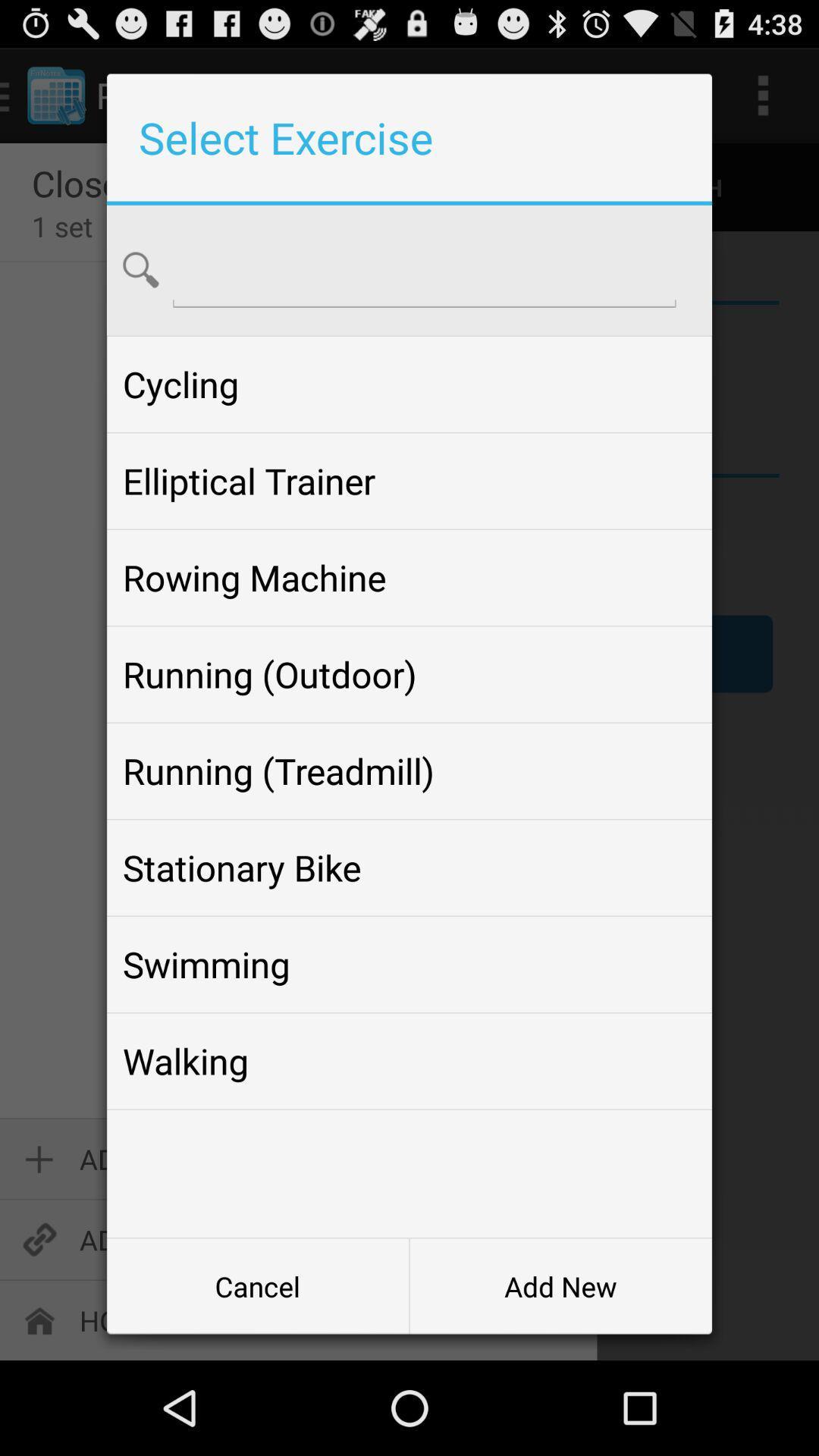  What do you see at coordinates (424, 268) in the screenshot?
I see `search` at bounding box center [424, 268].